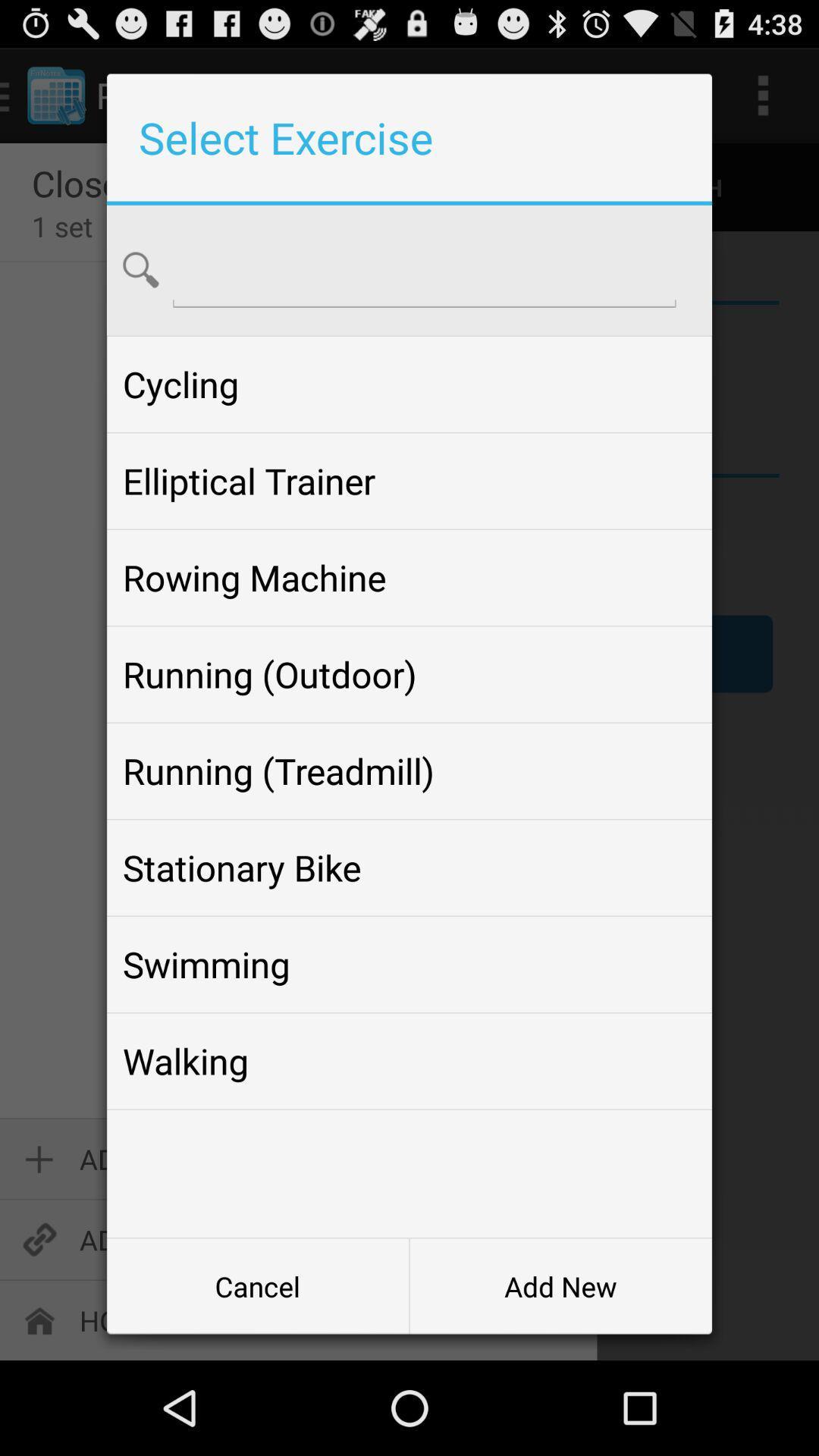  What do you see at coordinates (424, 268) in the screenshot?
I see `search` at bounding box center [424, 268].